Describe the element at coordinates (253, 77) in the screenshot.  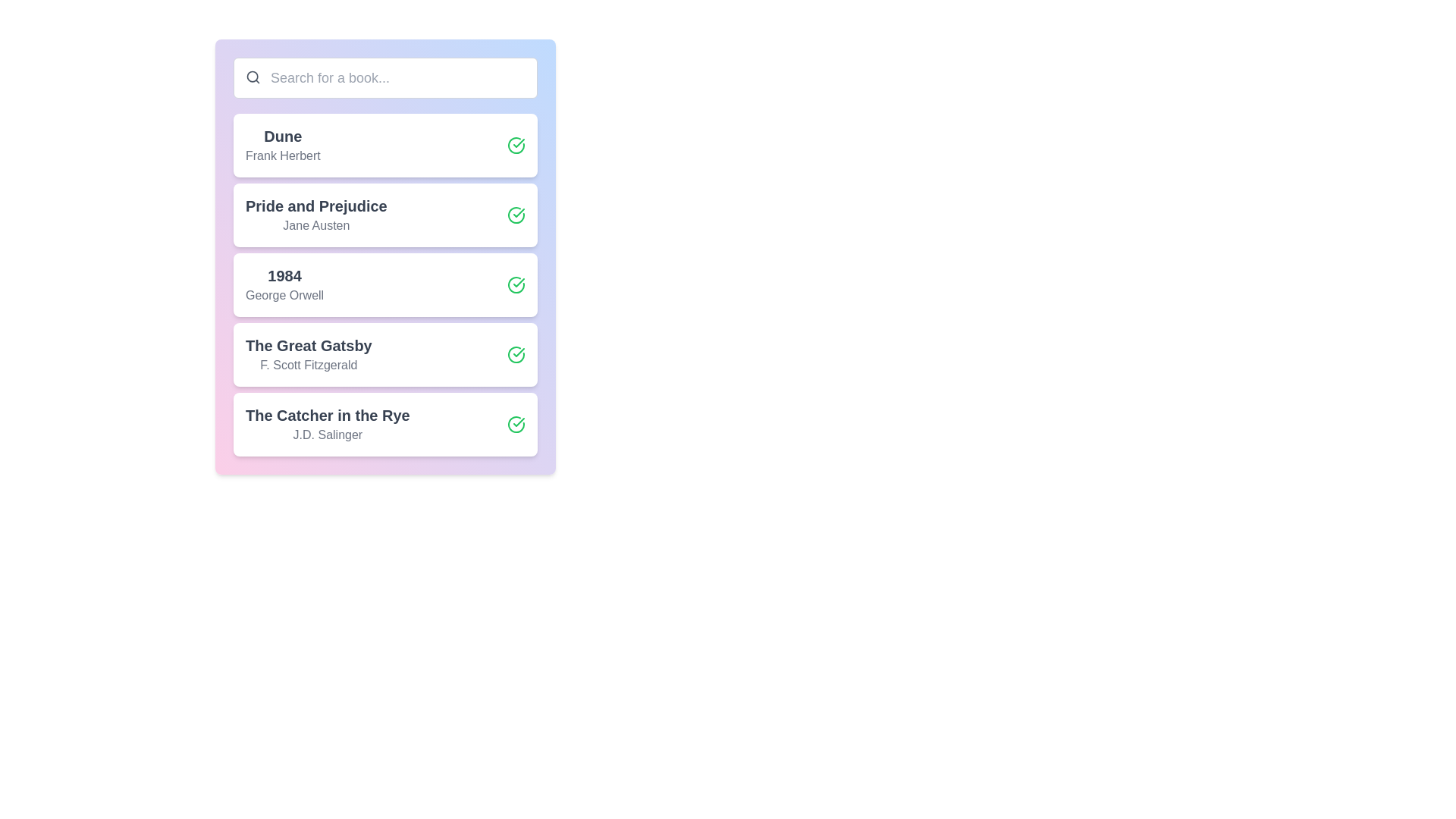
I see `the magnifying glass icon associated with search functionality located at the far left edge of the search input field` at that location.